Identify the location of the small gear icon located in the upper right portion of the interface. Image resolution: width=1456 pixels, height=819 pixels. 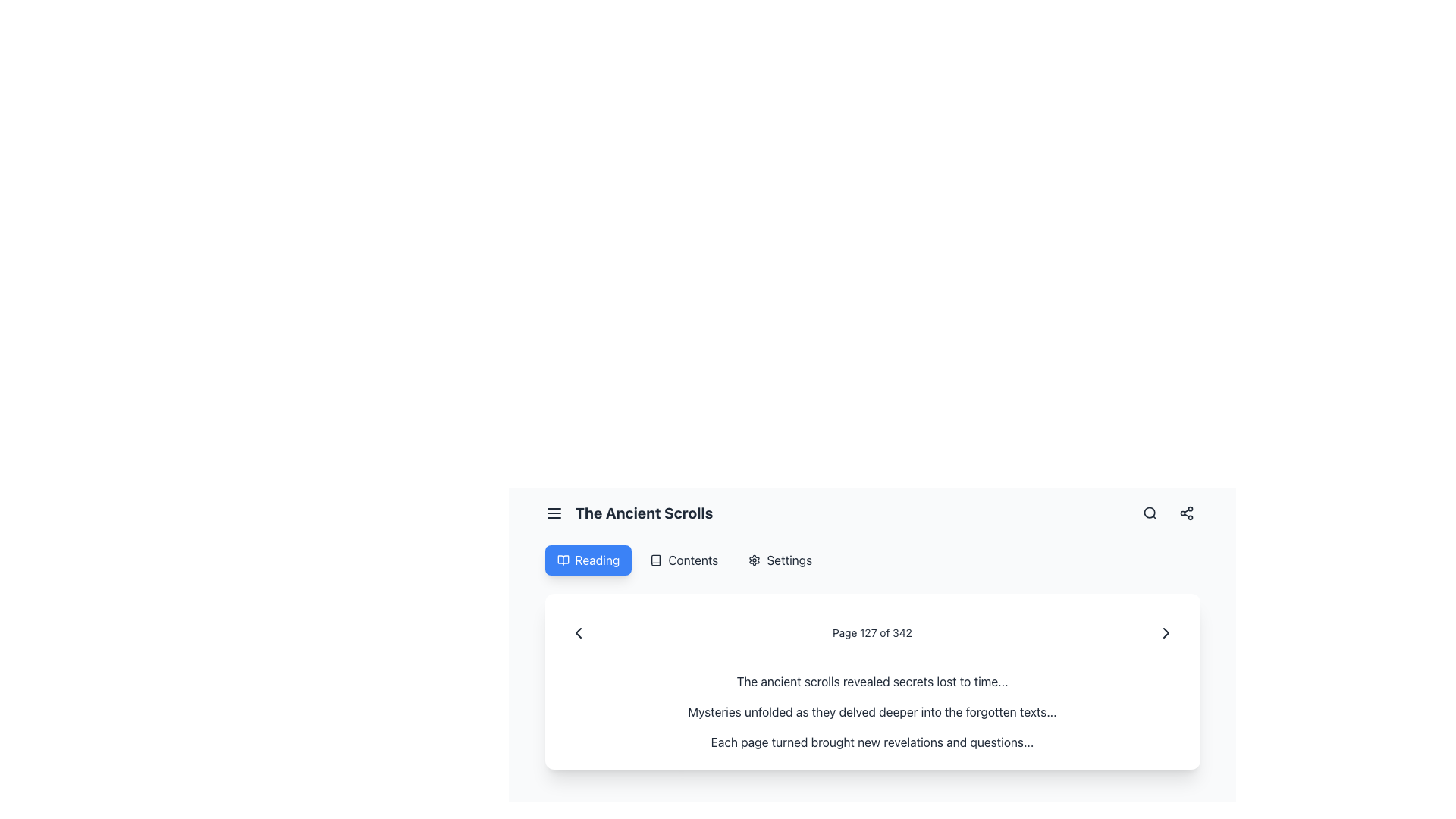
(755, 560).